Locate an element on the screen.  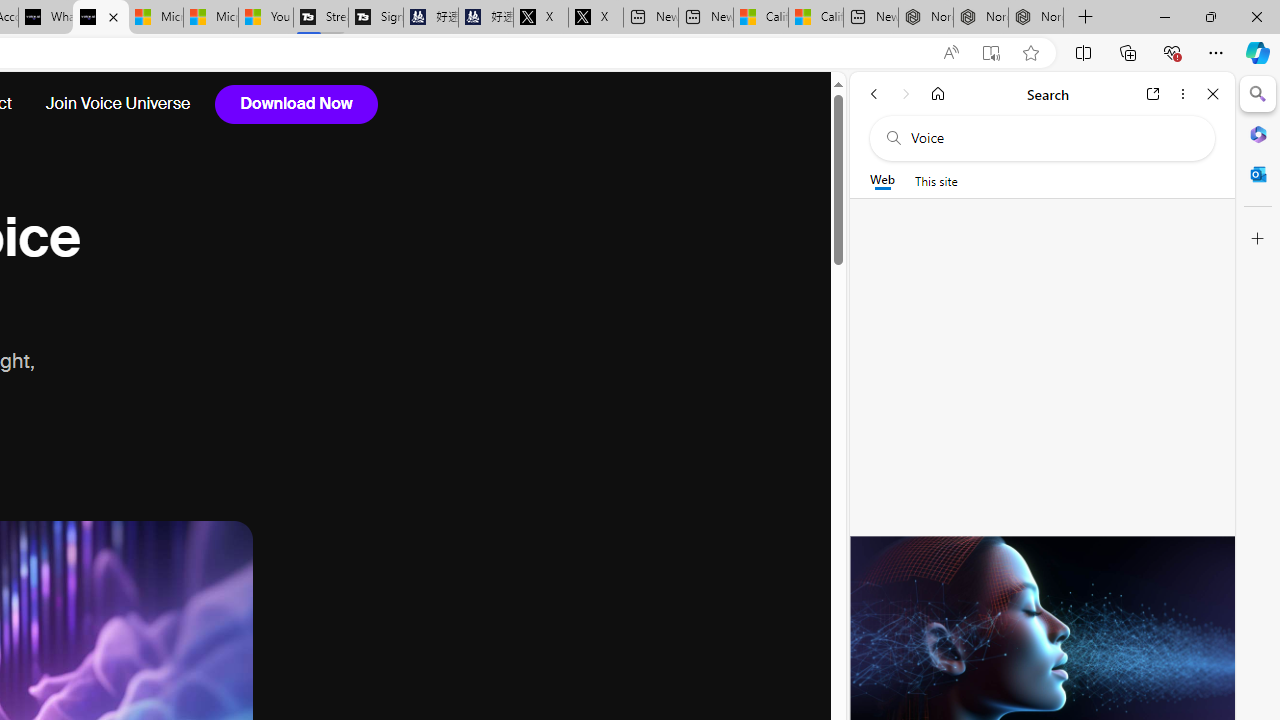
'Search' is located at coordinates (1257, 94).